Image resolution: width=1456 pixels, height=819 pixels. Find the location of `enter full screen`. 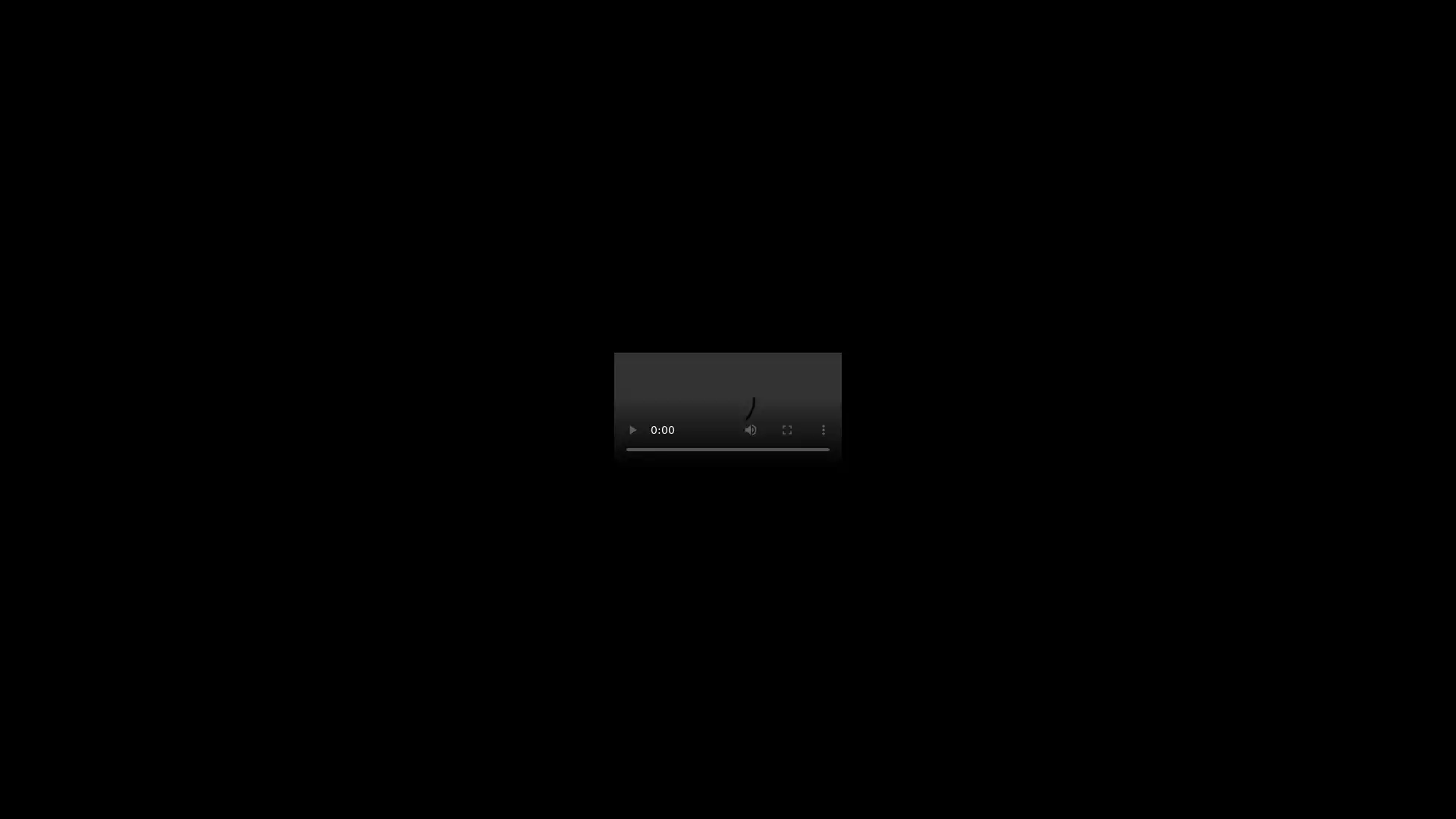

enter full screen is located at coordinates (786, 430).